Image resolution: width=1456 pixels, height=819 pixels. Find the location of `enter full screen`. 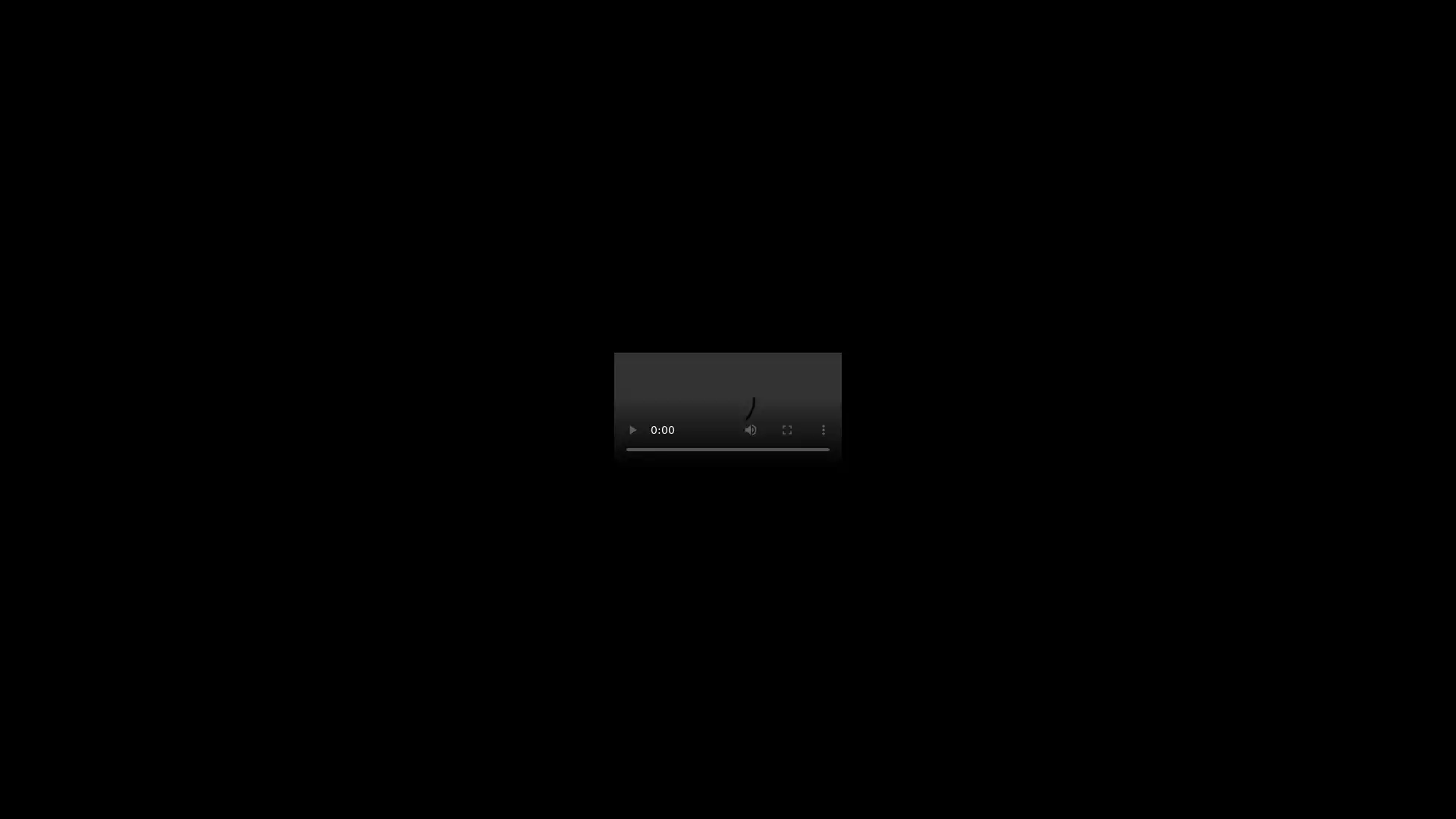

enter full screen is located at coordinates (786, 430).